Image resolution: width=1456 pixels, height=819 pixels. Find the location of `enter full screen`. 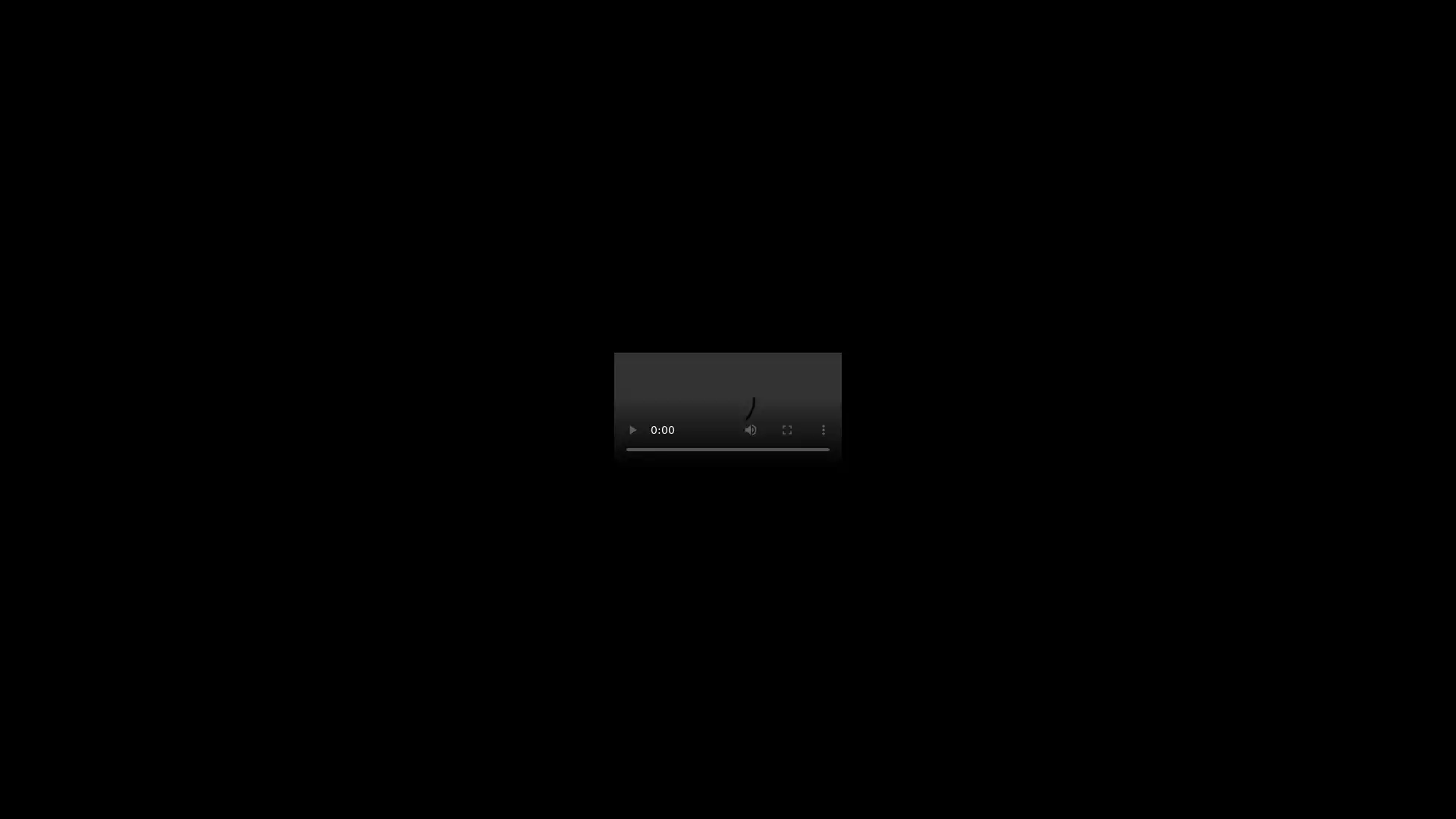

enter full screen is located at coordinates (786, 430).